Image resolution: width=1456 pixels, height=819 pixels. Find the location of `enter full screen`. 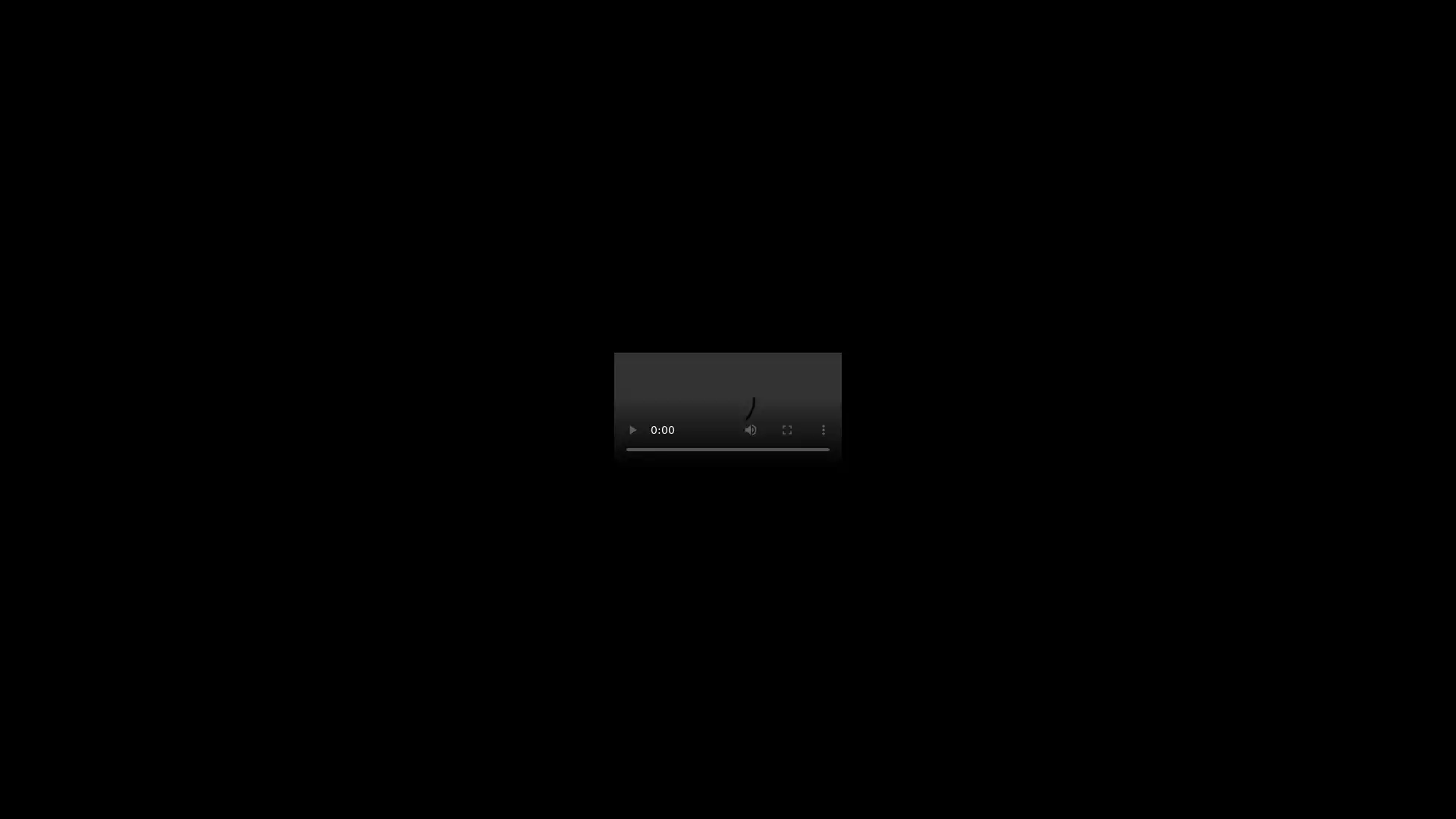

enter full screen is located at coordinates (786, 430).